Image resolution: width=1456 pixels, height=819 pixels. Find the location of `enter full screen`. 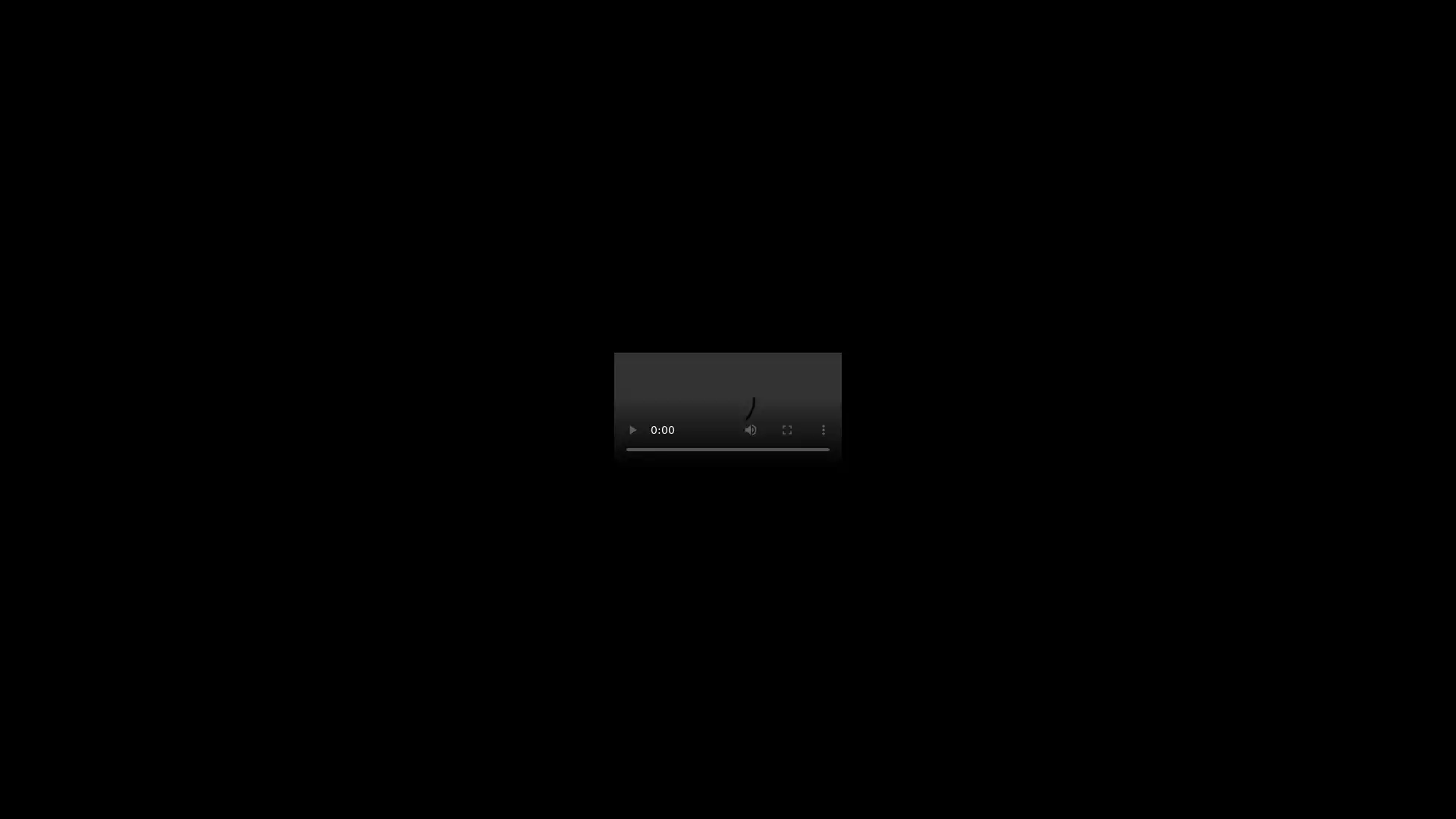

enter full screen is located at coordinates (786, 430).